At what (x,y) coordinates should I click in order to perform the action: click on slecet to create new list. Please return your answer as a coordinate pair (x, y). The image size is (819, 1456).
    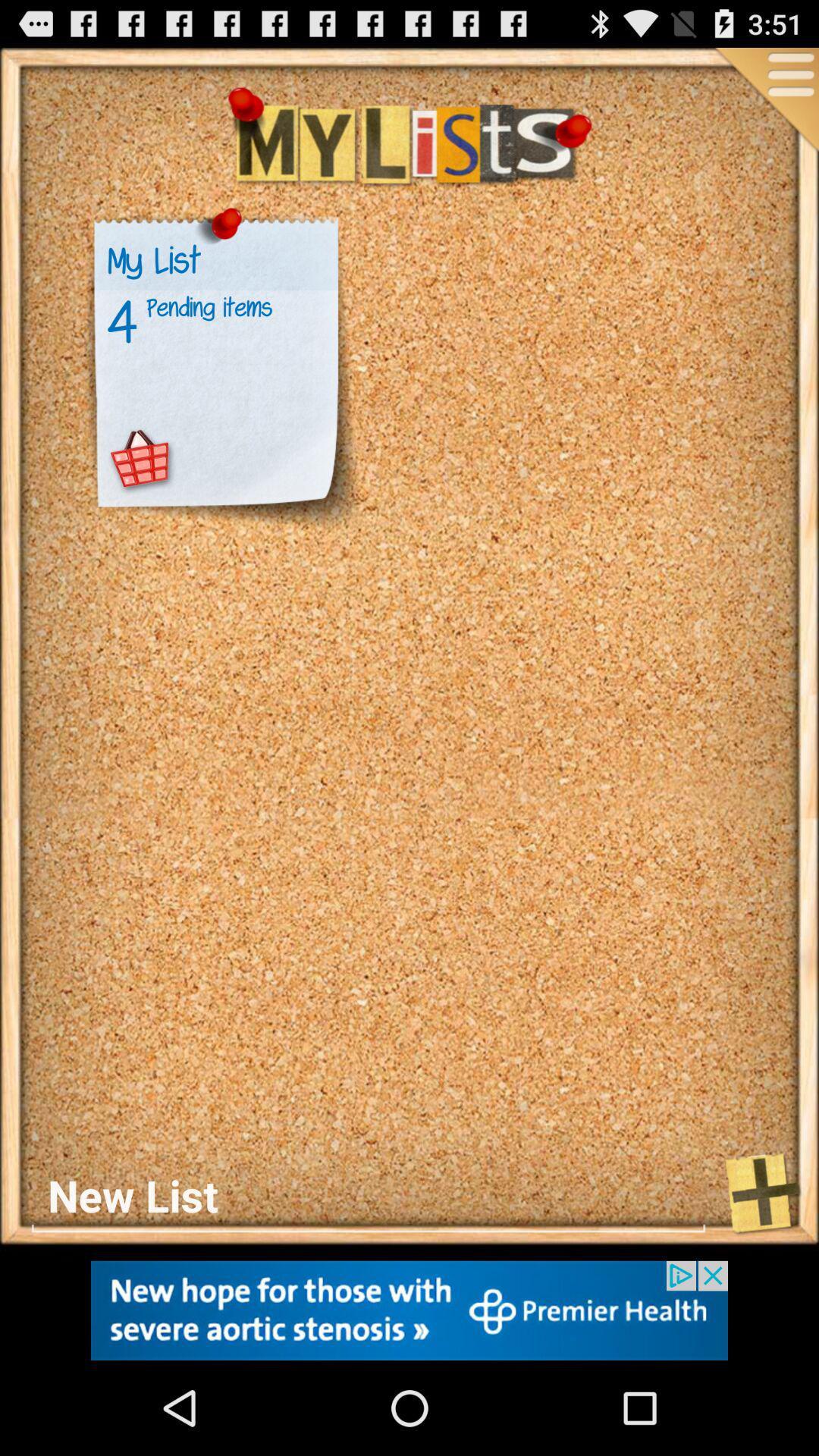
    Looking at the image, I should click on (369, 1195).